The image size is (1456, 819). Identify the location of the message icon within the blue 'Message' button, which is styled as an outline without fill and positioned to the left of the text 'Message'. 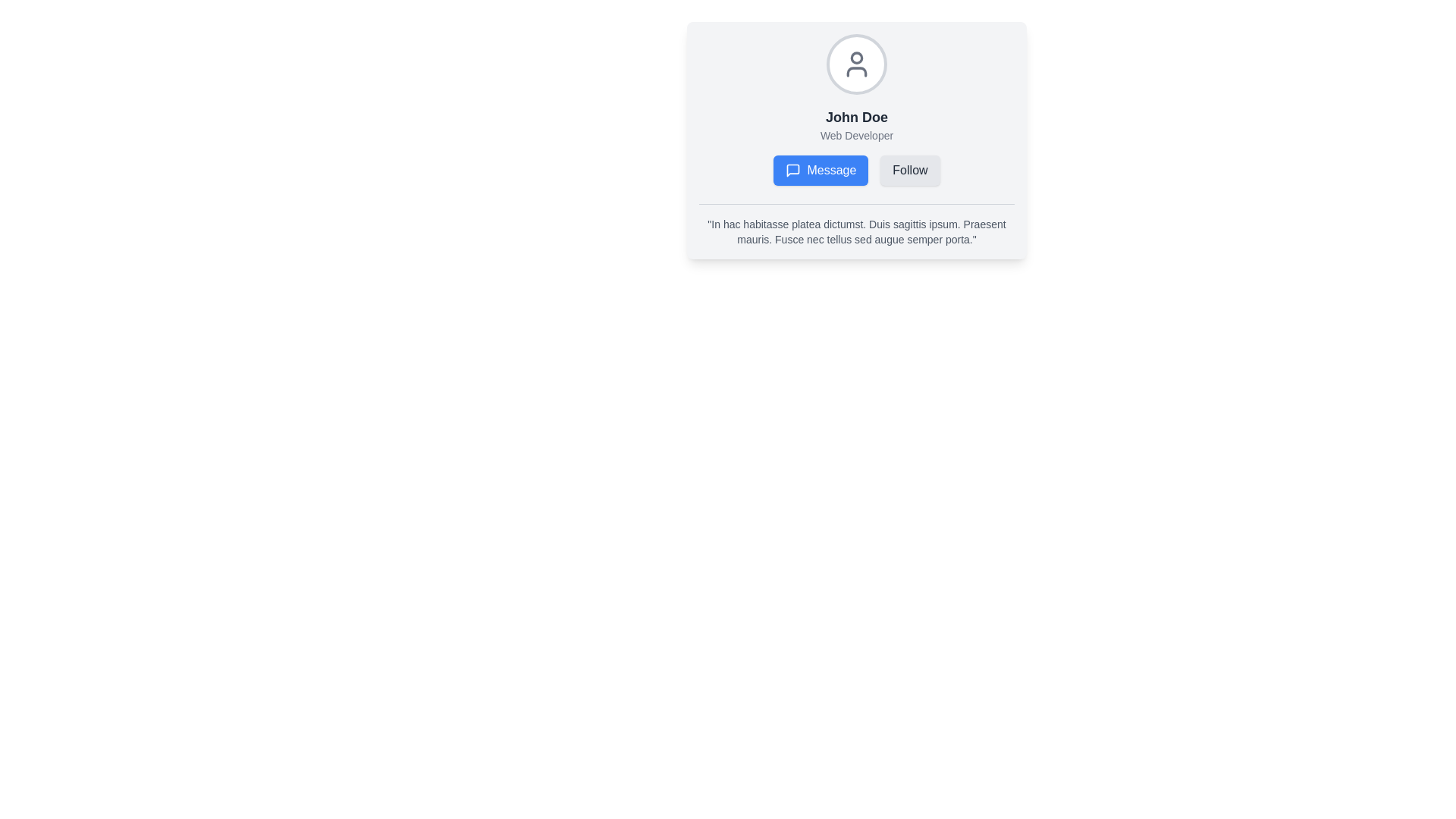
(792, 170).